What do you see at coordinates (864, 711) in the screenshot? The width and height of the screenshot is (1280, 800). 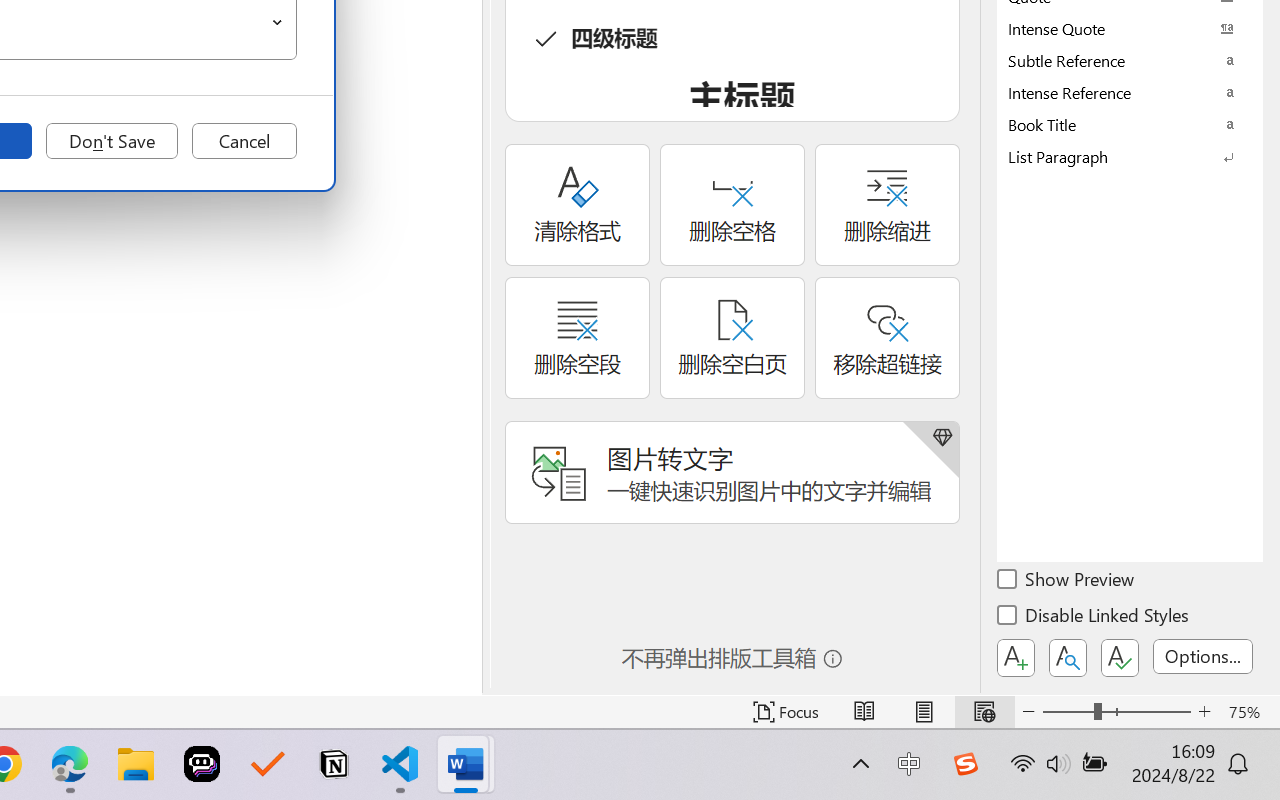 I see `'Read Mode'` at bounding box center [864, 711].